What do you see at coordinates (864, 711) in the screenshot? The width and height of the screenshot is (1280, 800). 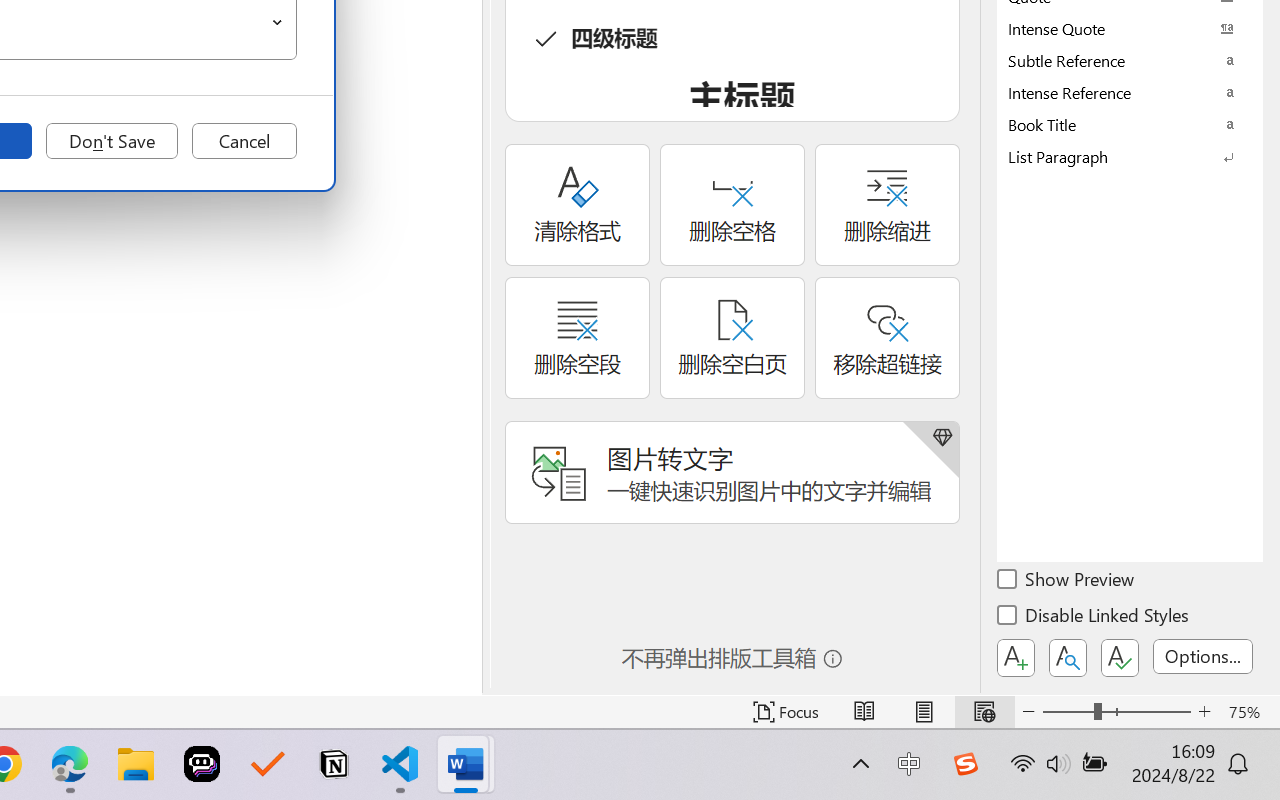 I see `'Read Mode'` at bounding box center [864, 711].